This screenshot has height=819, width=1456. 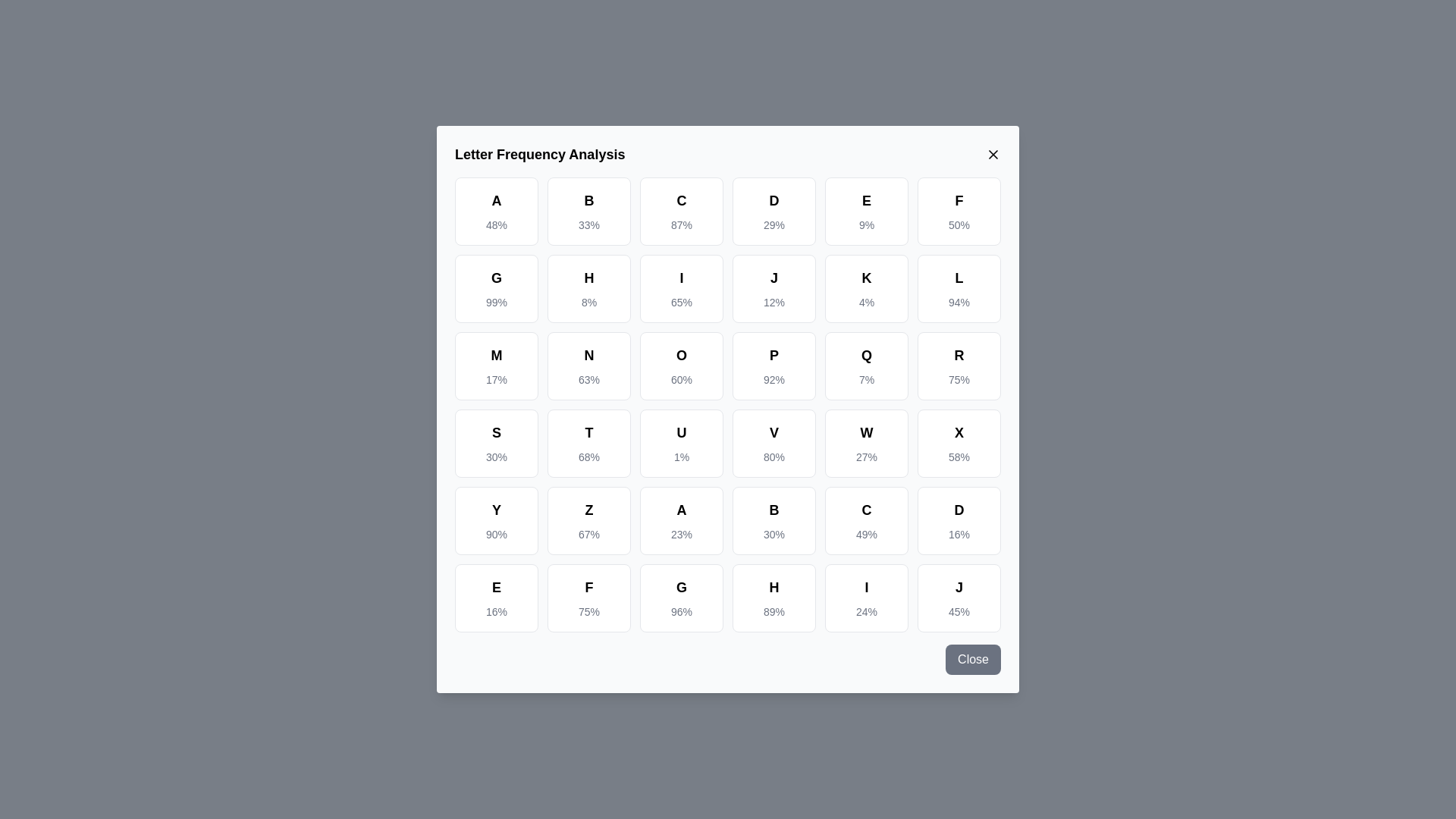 I want to click on the letter cell corresponding to P, so click(x=774, y=366).